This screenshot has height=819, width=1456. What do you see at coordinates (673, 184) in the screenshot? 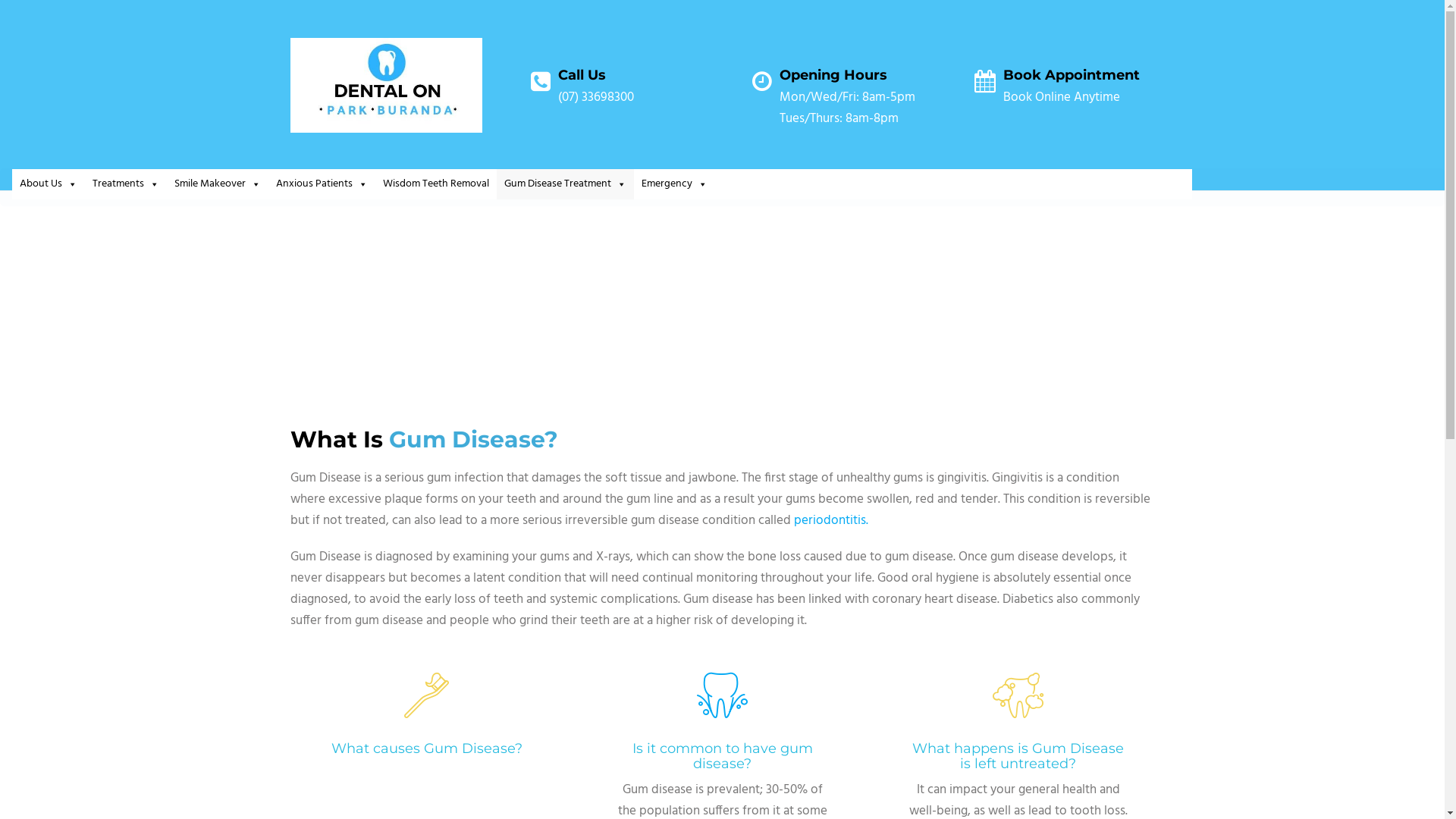
I see `'Emergency'` at bounding box center [673, 184].